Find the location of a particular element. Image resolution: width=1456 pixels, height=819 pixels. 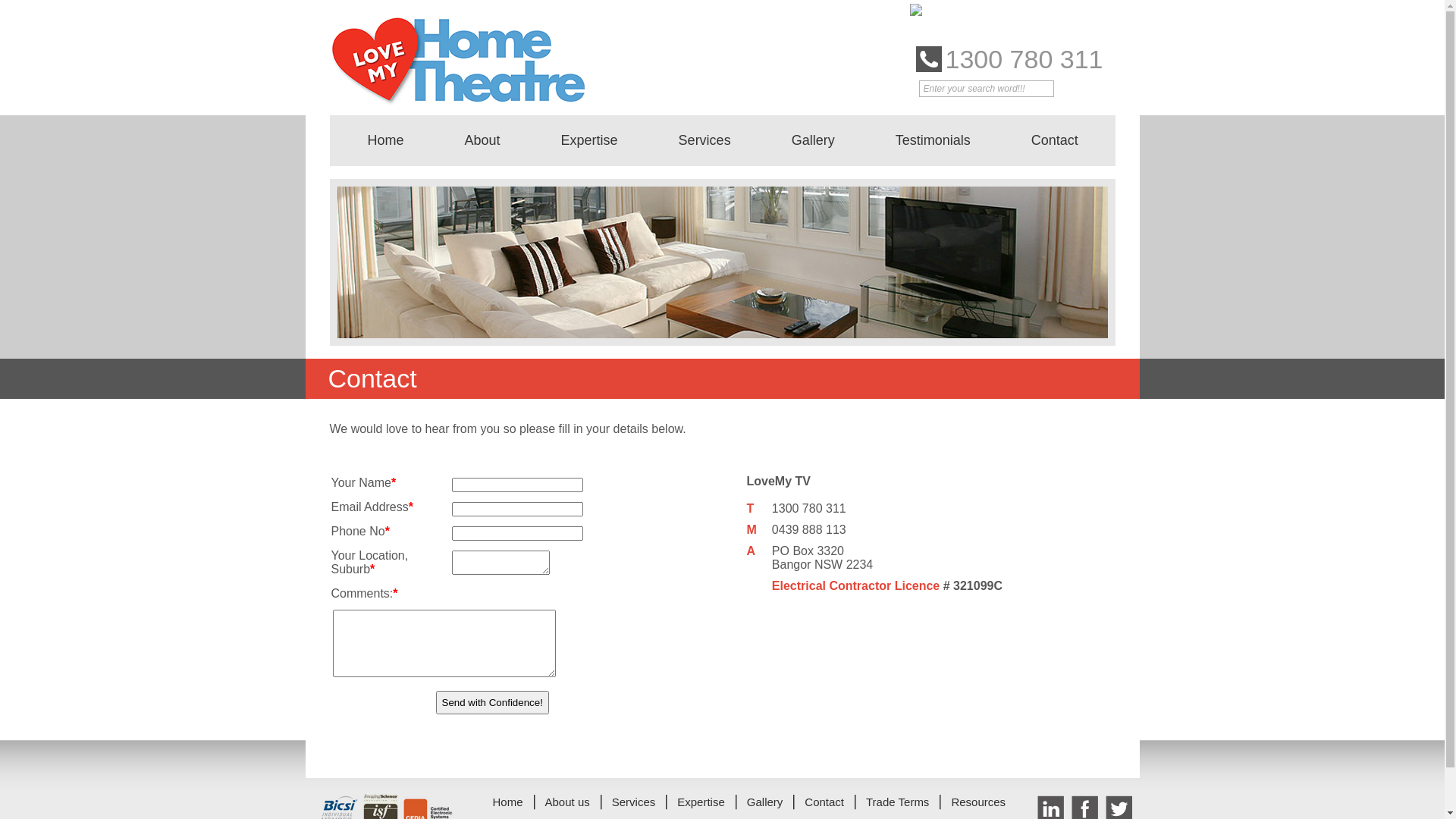

'About' is located at coordinates (482, 140).